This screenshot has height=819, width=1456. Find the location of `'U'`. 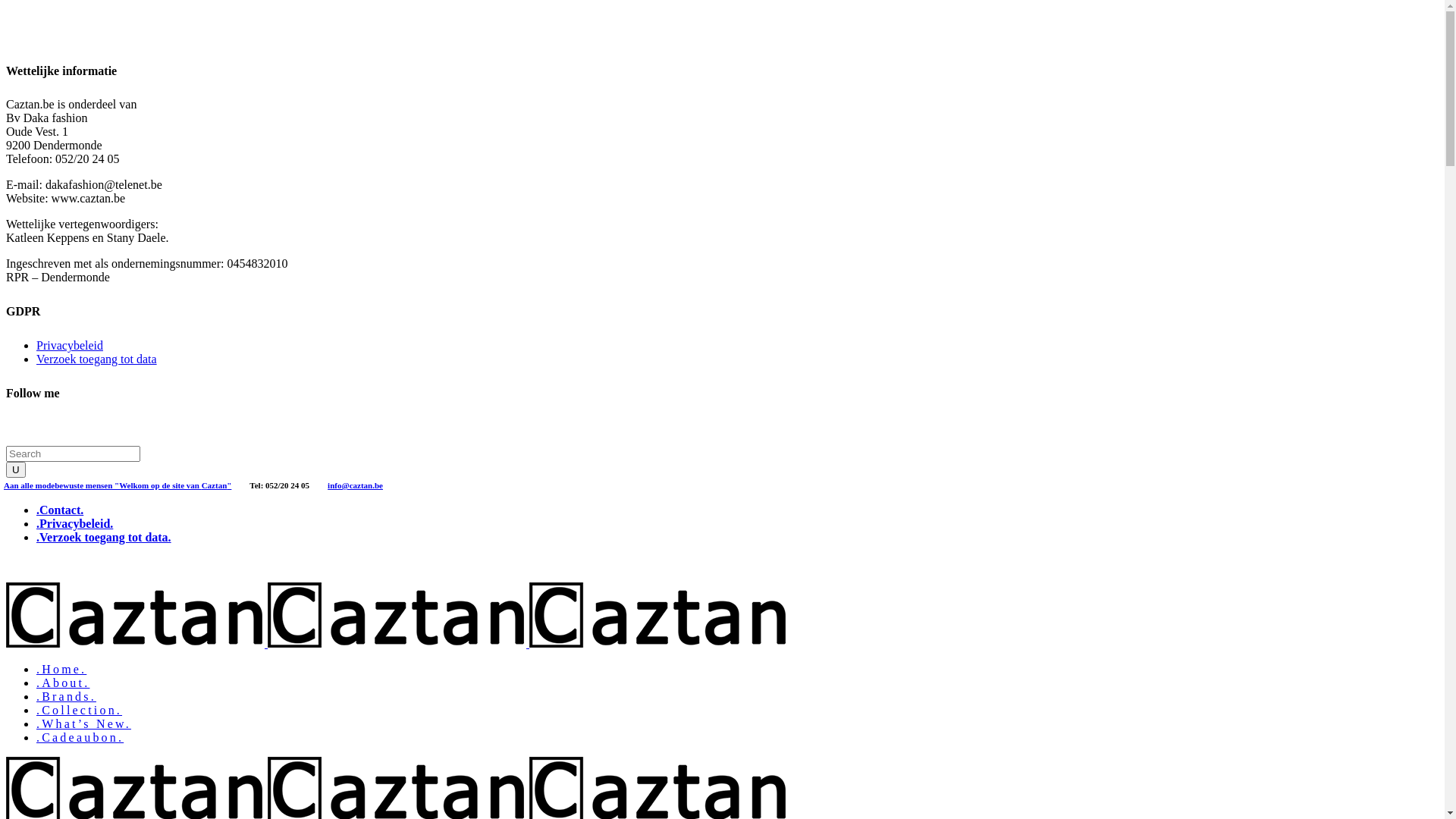

'U' is located at coordinates (15, 469).